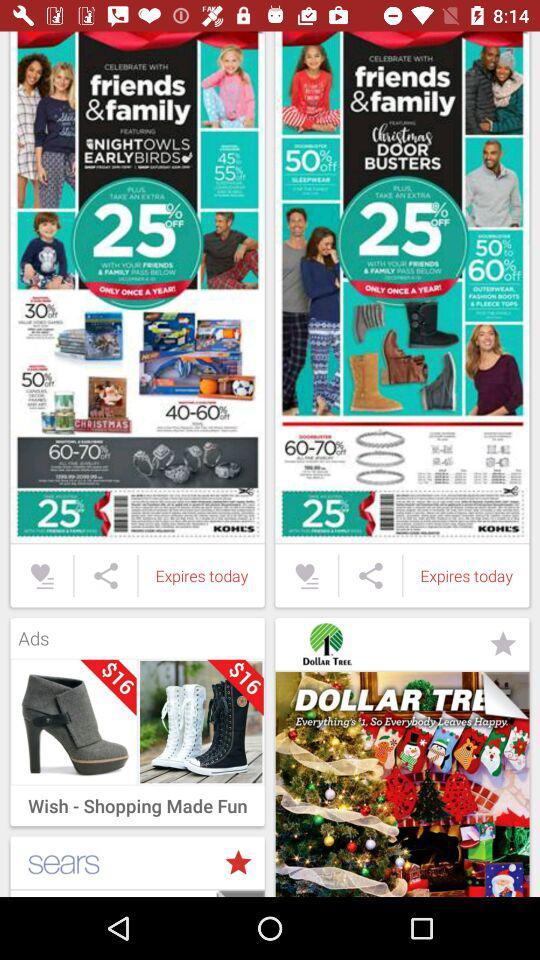  Describe the element at coordinates (136, 801) in the screenshot. I see `the wish shopping made icon` at that location.